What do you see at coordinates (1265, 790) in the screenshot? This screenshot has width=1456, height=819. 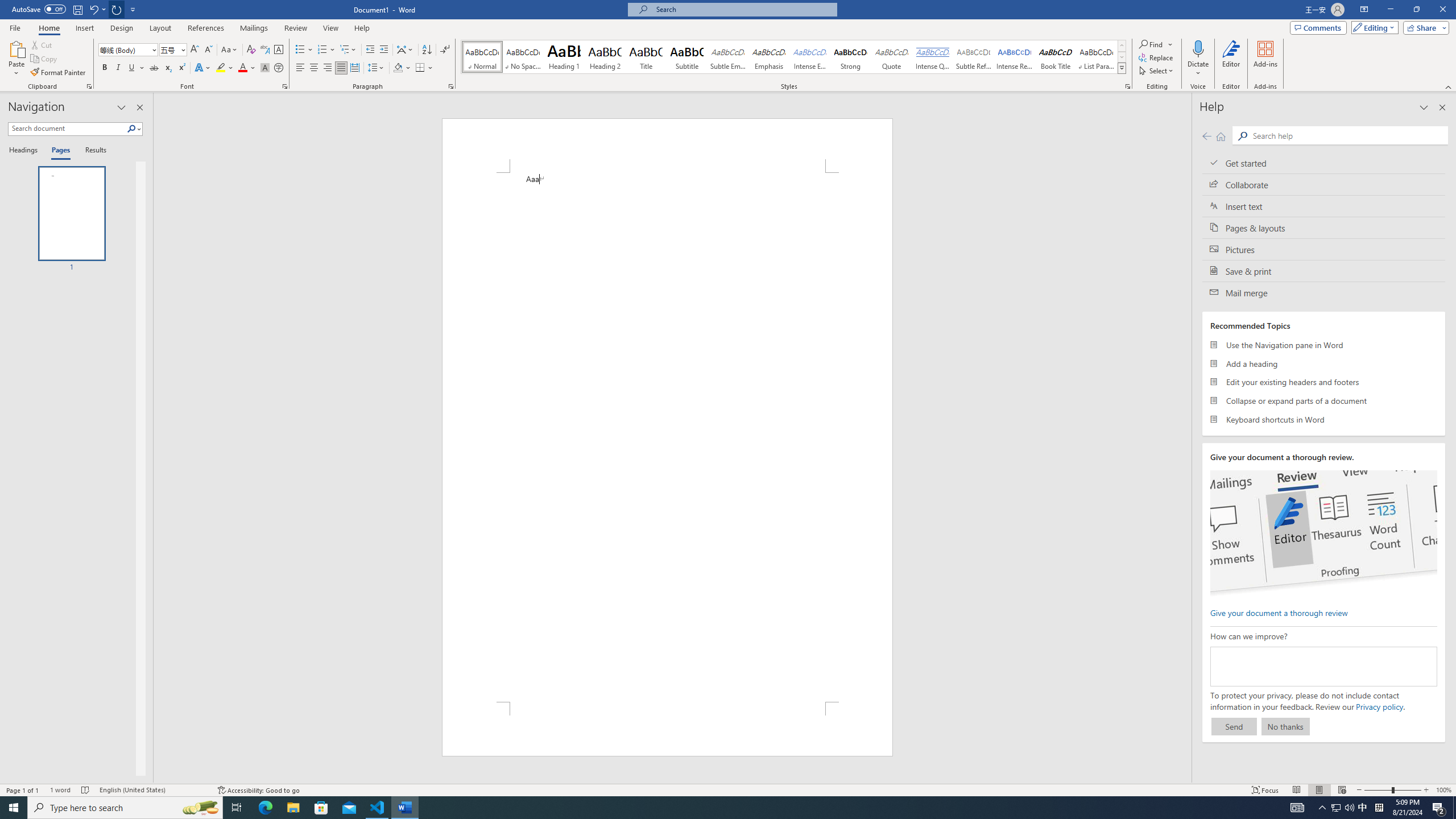 I see `'Focus '` at bounding box center [1265, 790].